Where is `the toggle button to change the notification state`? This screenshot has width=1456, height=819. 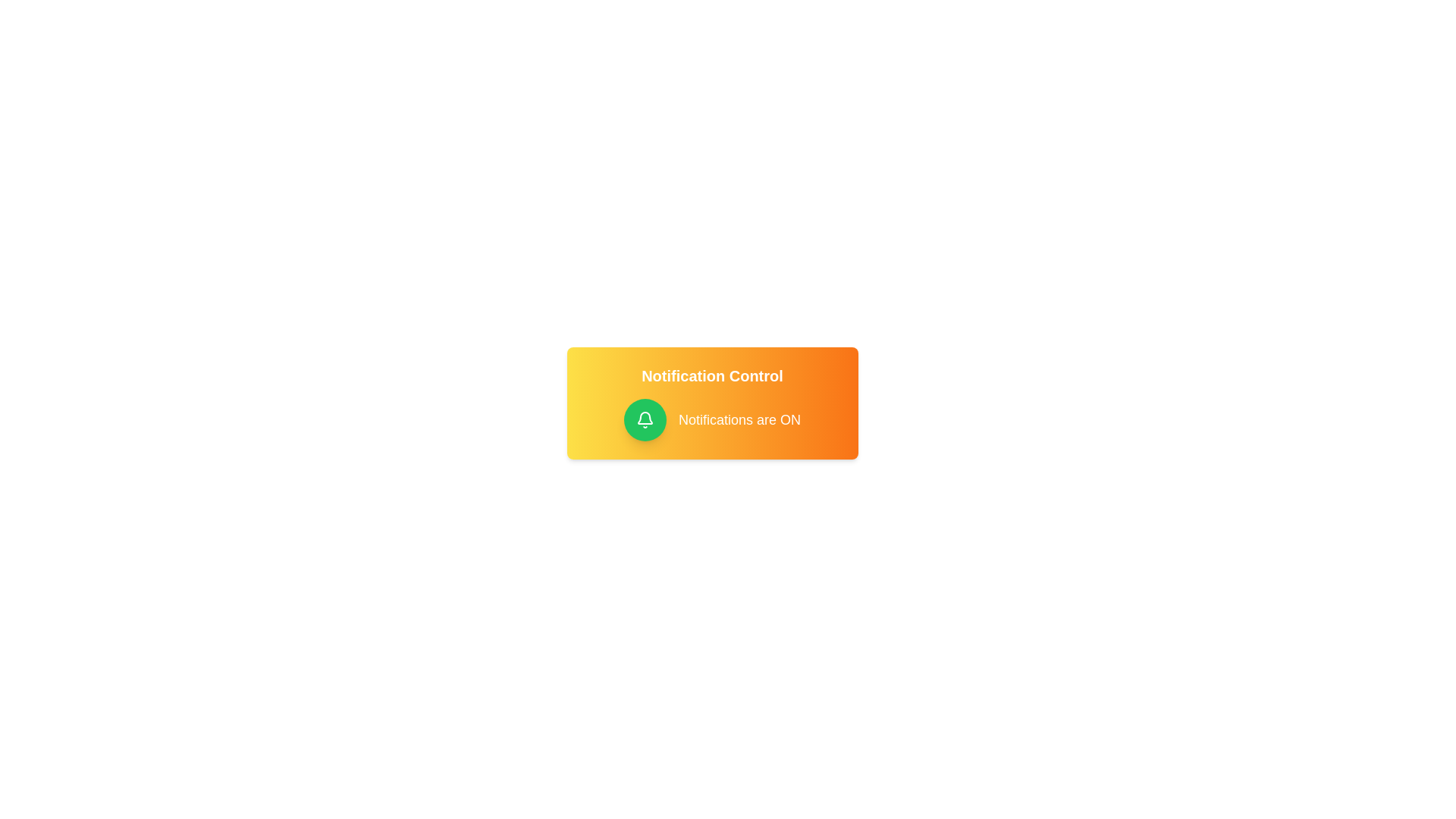
the toggle button to change the notification state is located at coordinates (645, 420).